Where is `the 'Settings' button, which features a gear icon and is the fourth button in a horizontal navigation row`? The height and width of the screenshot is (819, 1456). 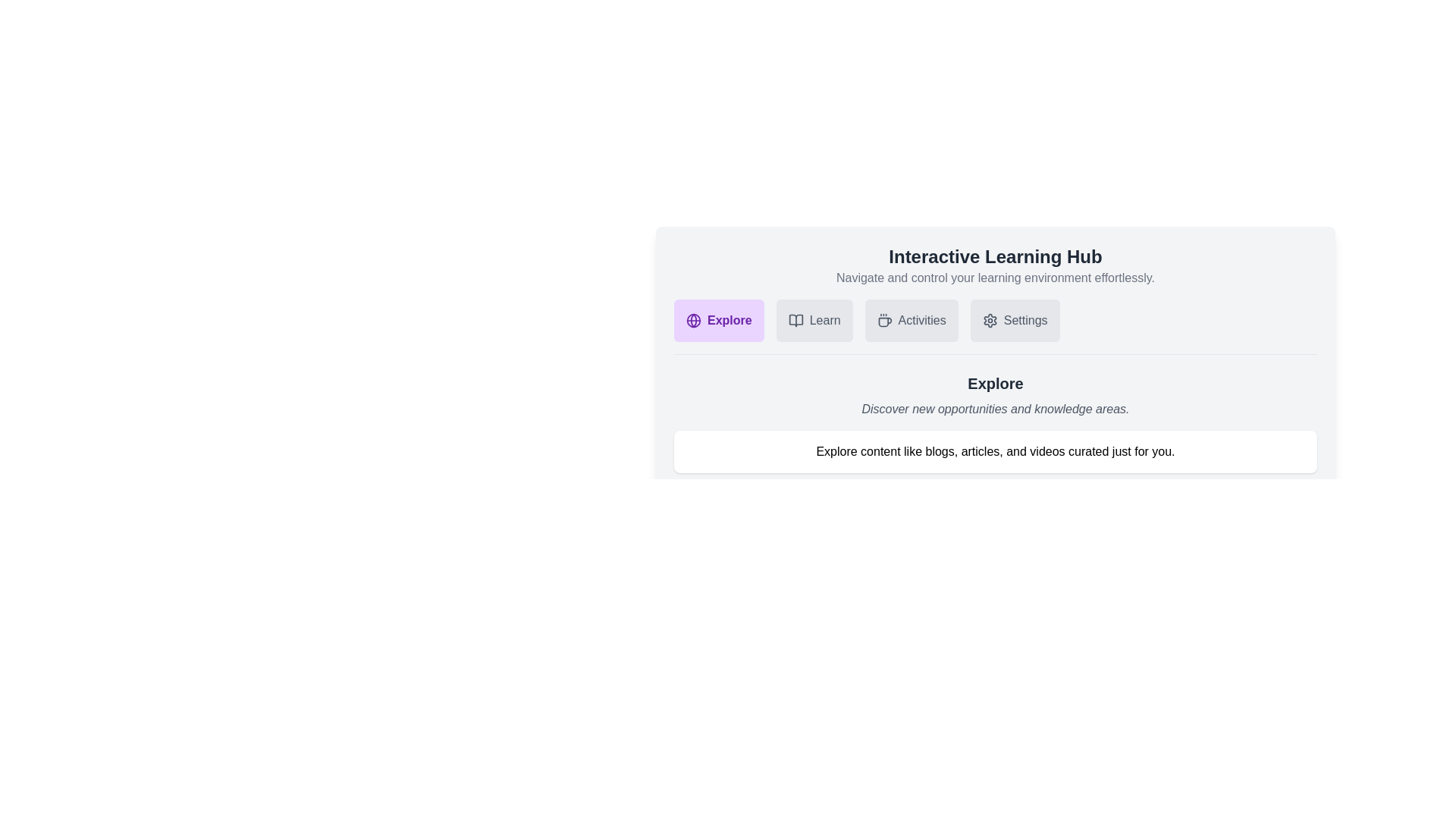 the 'Settings' button, which features a gear icon and is the fourth button in a horizontal navigation row is located at coordinates (1015, 320).